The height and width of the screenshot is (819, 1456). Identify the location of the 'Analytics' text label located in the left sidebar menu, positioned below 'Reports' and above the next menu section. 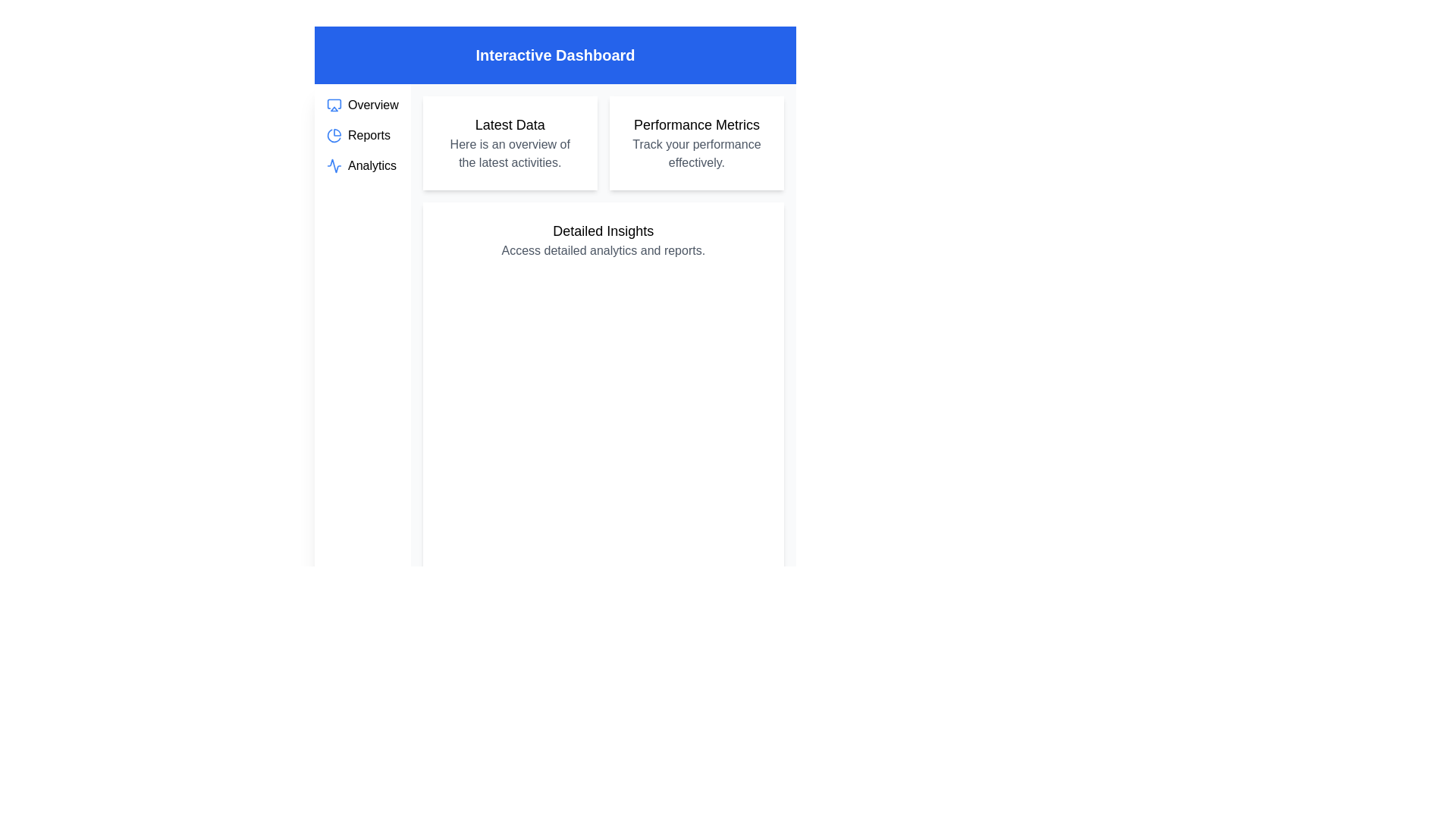
(372, 166).